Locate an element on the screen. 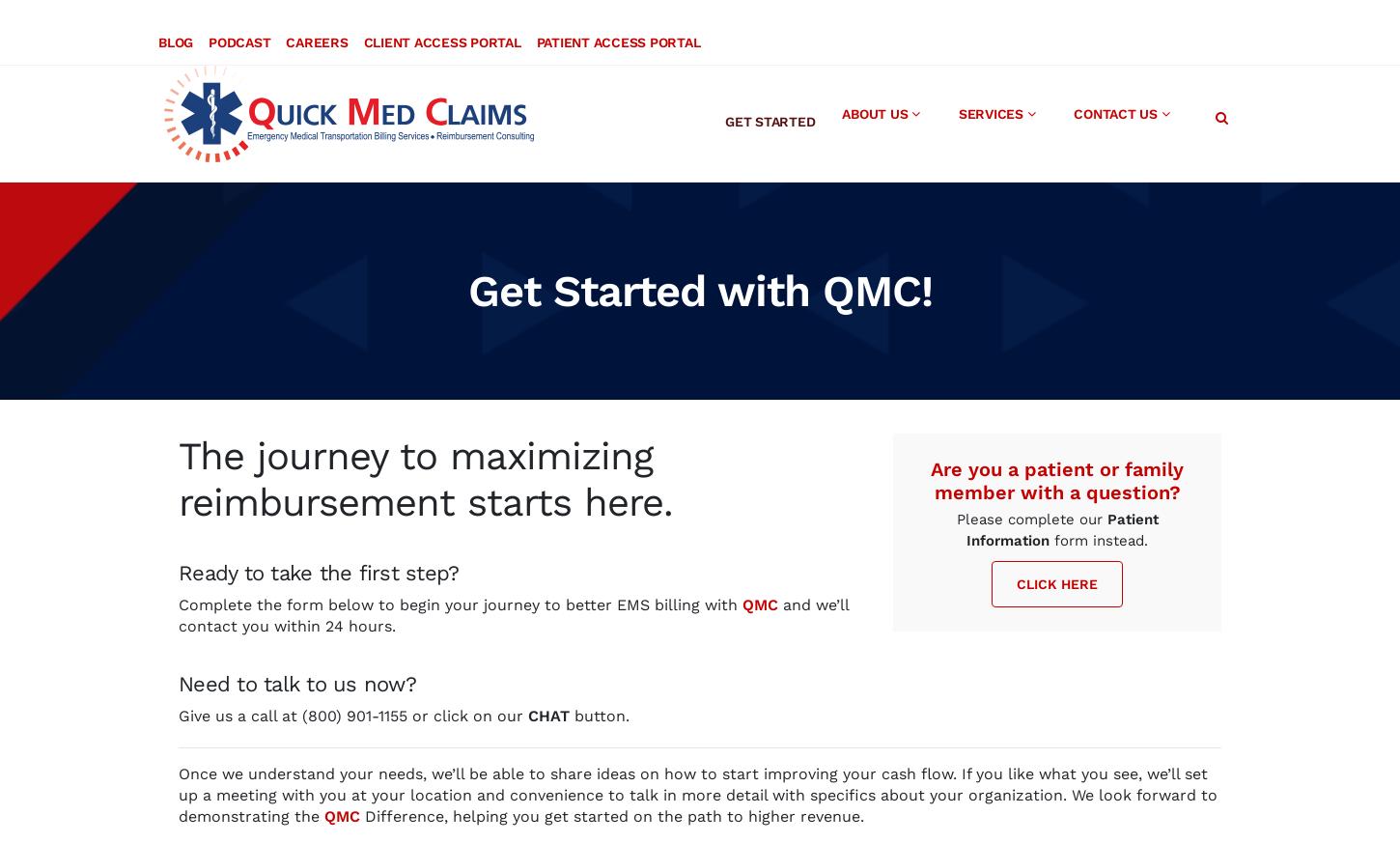 The image size is (1400, 843). 'Careers' is located at coordinates (316, 19).